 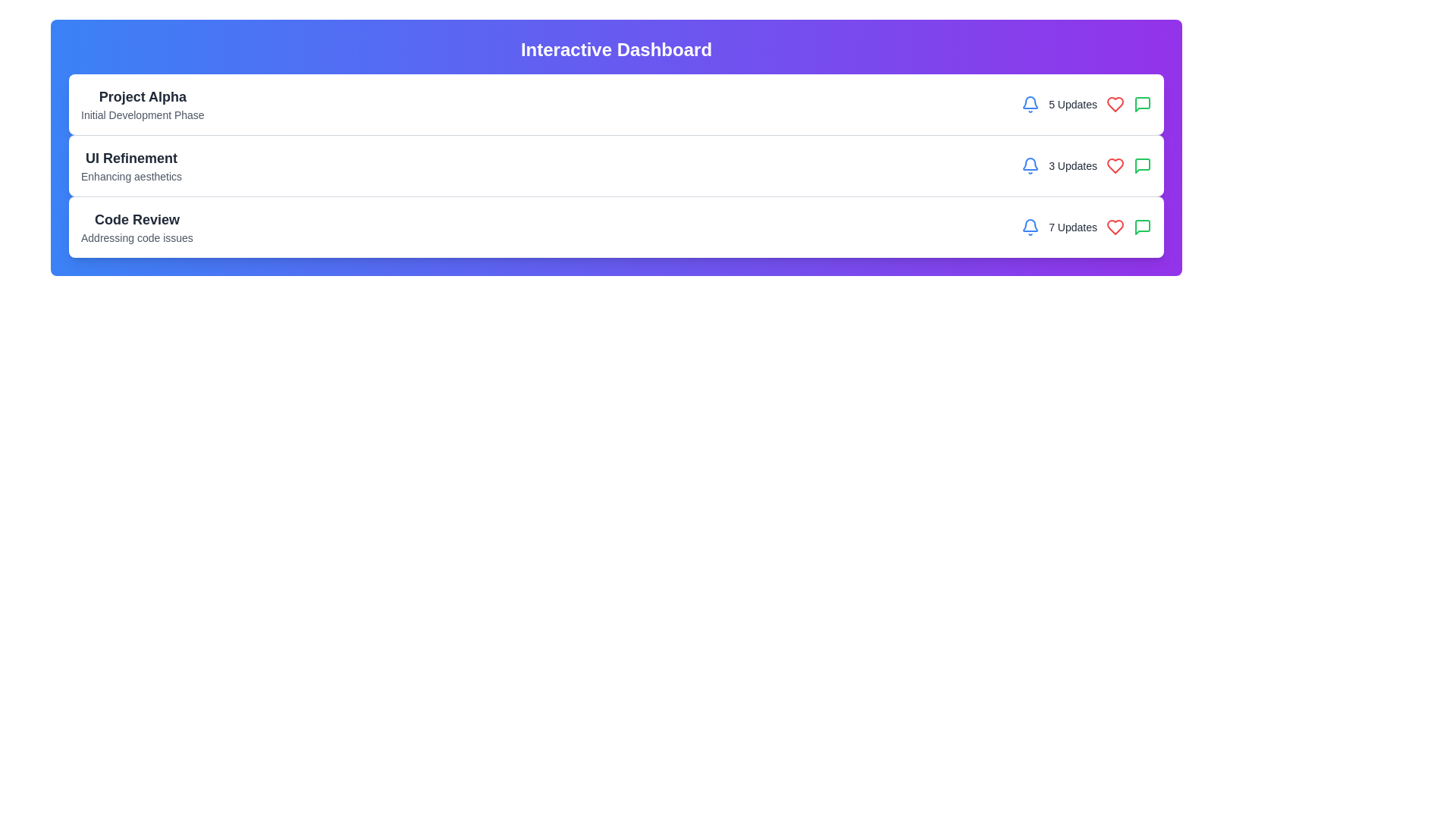 What do you see at coordinates (1115, 227) in the screenshot?
I see `the third heart-shaped icon filled with red color, which is marked as selected` at bounding box center [1115, 227].